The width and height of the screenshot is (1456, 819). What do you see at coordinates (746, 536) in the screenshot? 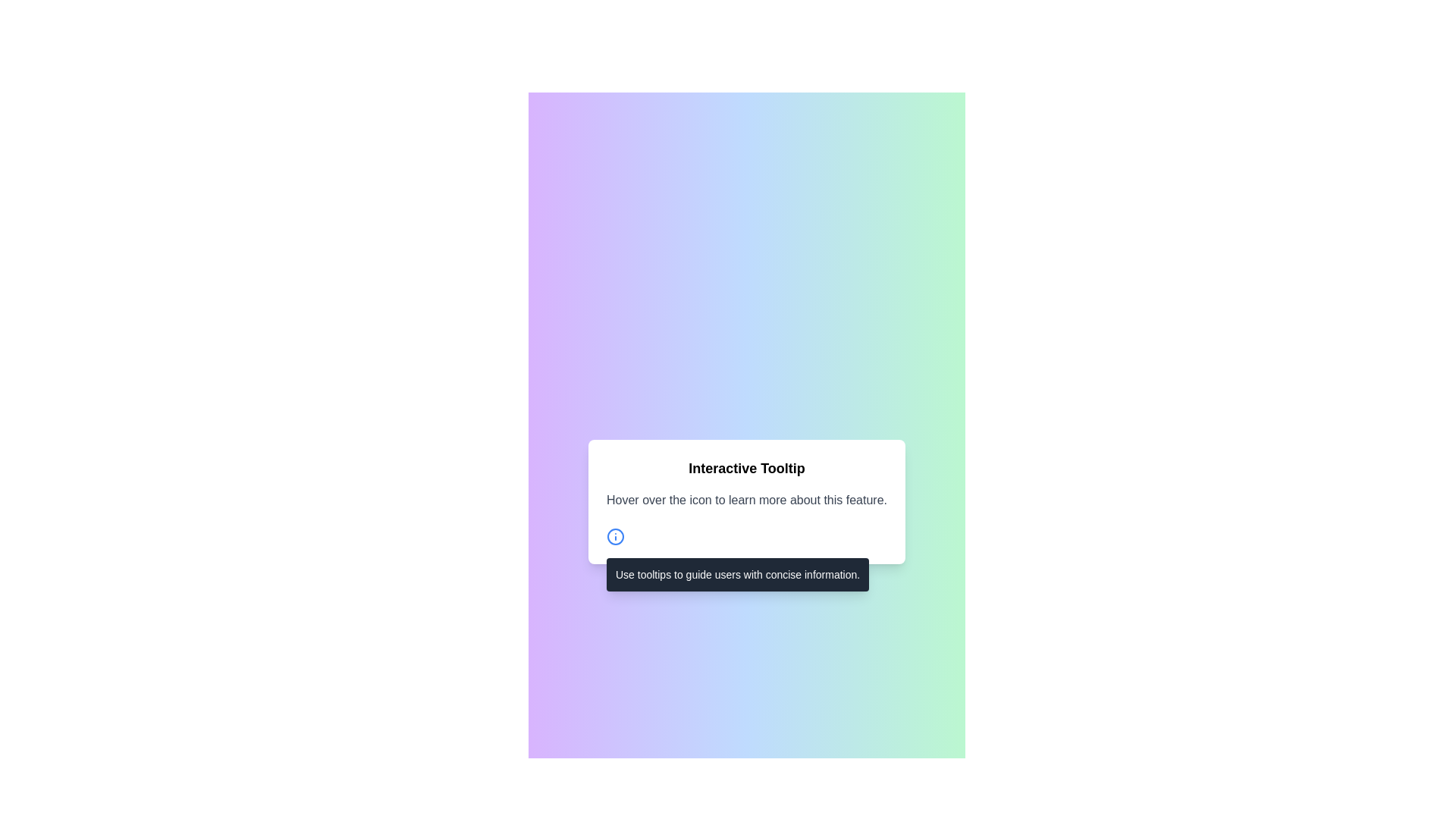
I see `the tooltip box with the text 'Use tooltips to guide users with concise information'` at bounding box center [746, 536].